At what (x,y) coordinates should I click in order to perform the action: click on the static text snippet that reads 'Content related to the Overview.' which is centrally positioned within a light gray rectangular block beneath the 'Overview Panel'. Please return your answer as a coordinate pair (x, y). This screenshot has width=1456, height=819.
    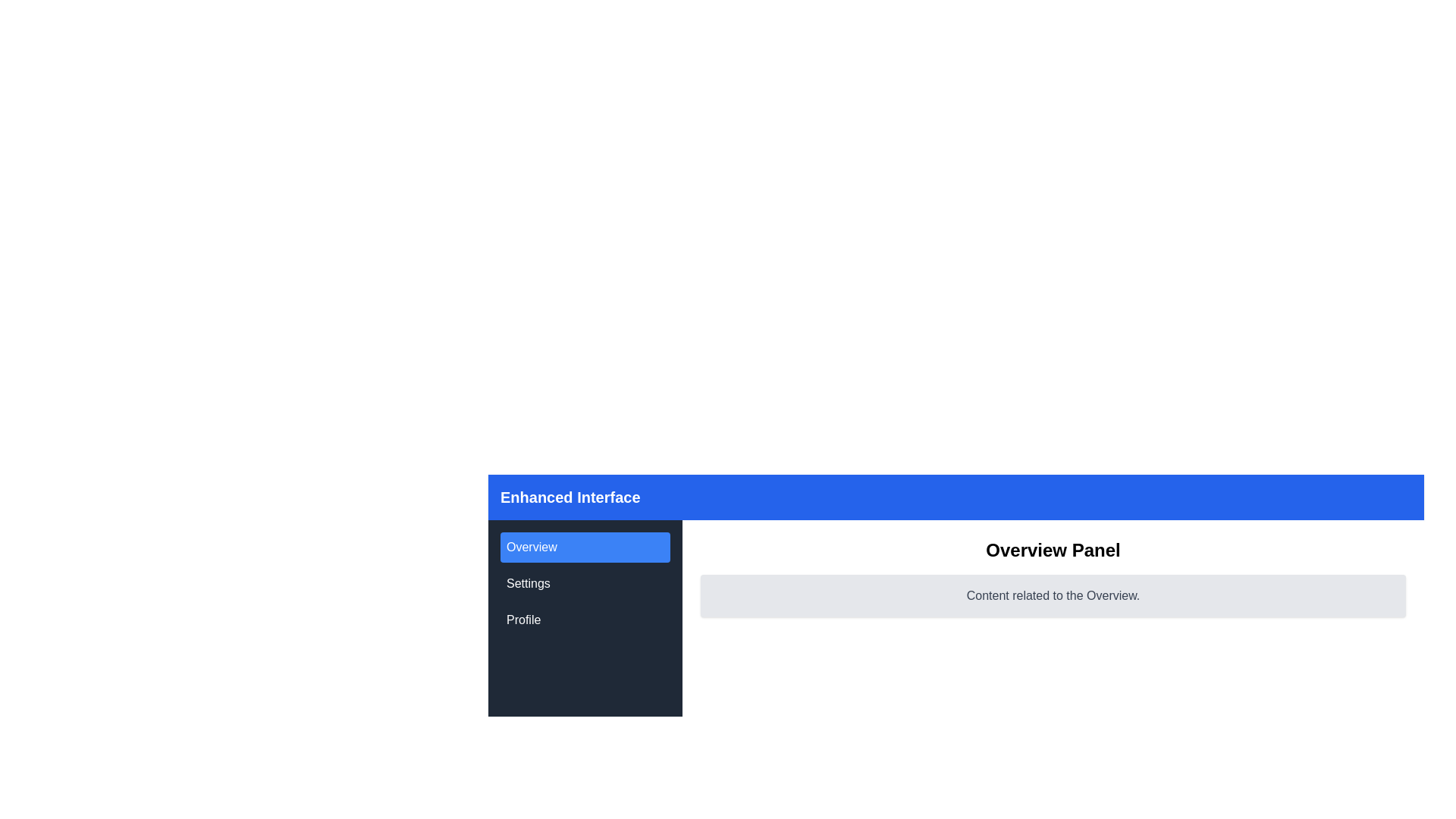
    Looking at the image, I should click on (1052, 595).